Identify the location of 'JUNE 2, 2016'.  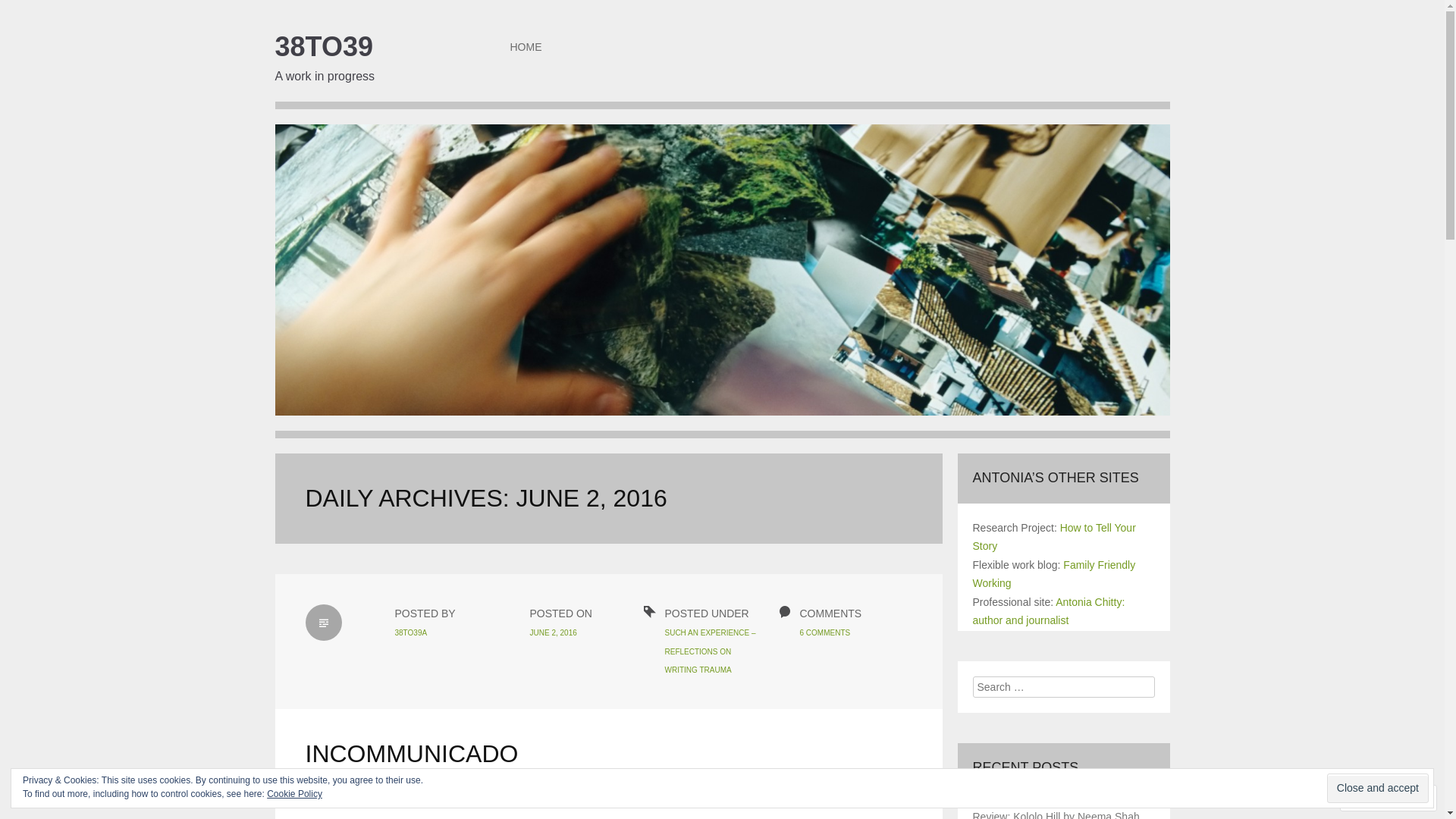
(552, 632).